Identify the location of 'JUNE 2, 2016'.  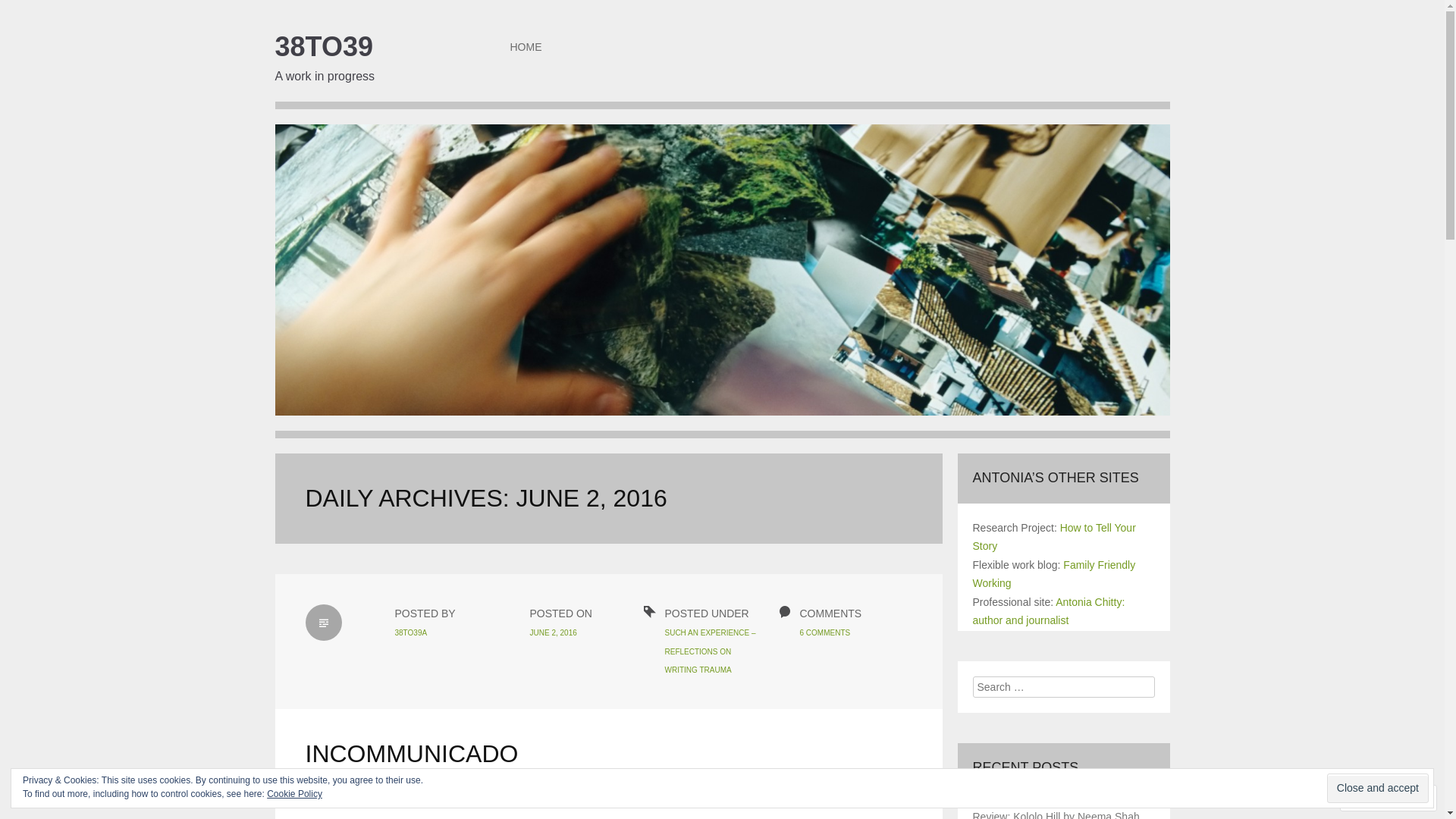
(552, 632).